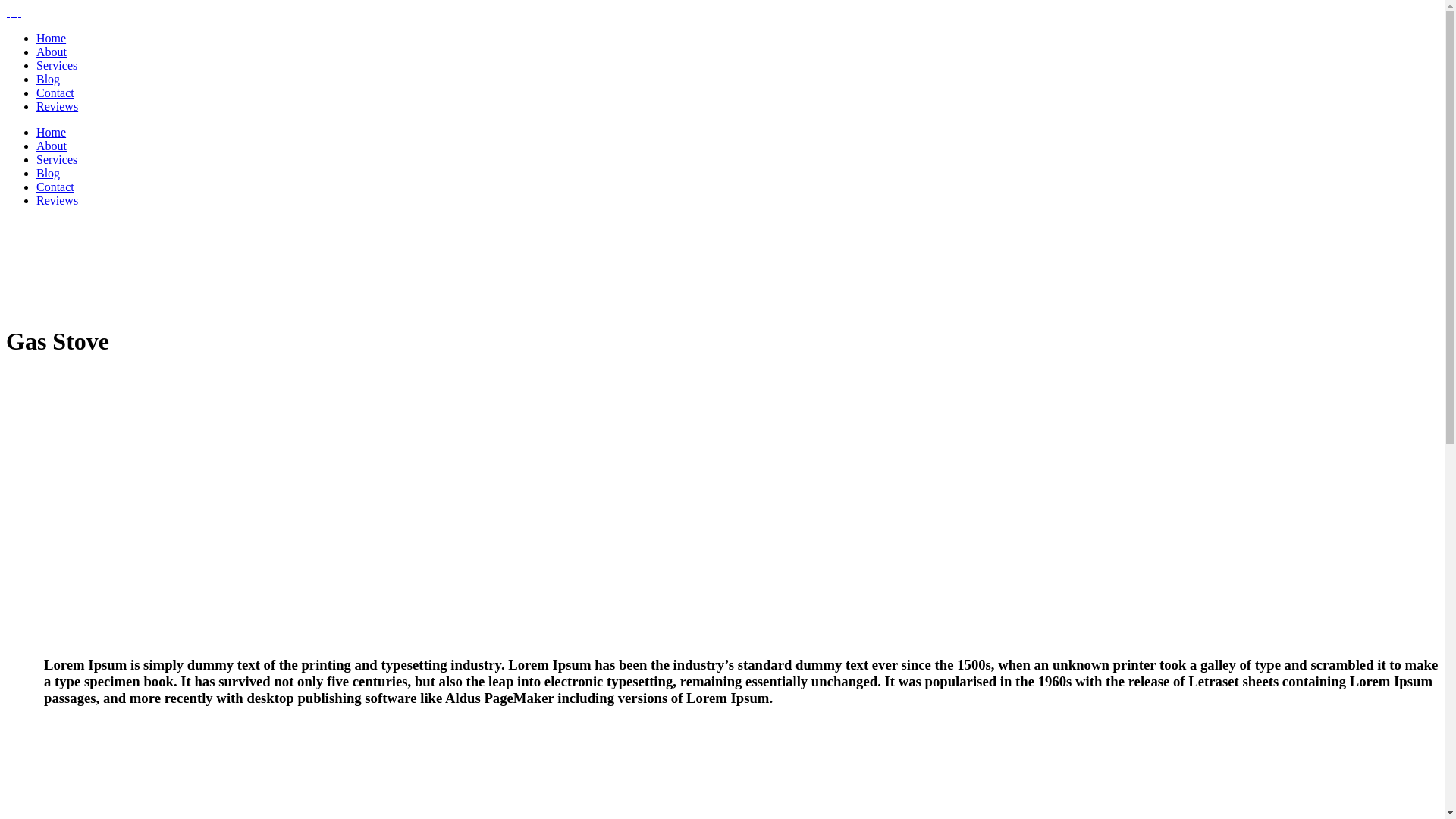 This screenshot has height=819, width=1456. Describe the element at coordinates (51, 146) in the screenshot. I see `'About'` at that location.